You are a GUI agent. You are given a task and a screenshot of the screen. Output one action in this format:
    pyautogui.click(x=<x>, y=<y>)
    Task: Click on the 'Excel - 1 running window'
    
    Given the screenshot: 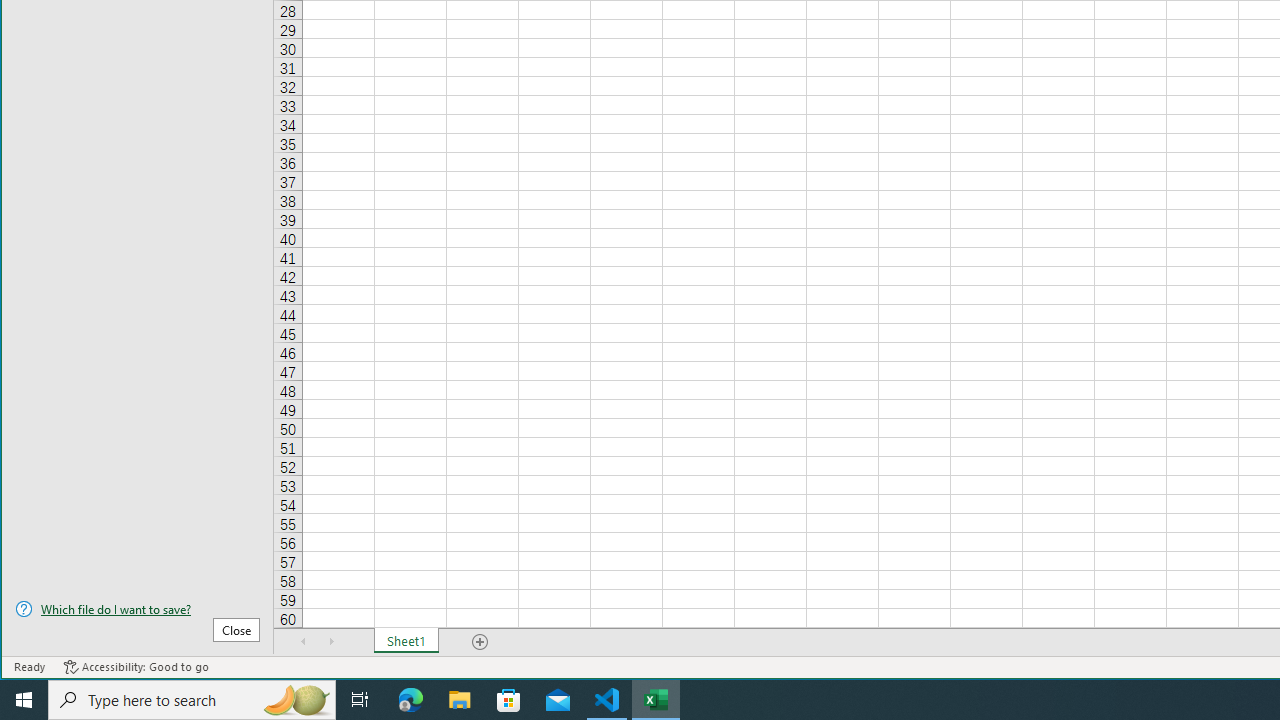 What is the action you would take?
    pyautogui.click(x=656, y=698)
    